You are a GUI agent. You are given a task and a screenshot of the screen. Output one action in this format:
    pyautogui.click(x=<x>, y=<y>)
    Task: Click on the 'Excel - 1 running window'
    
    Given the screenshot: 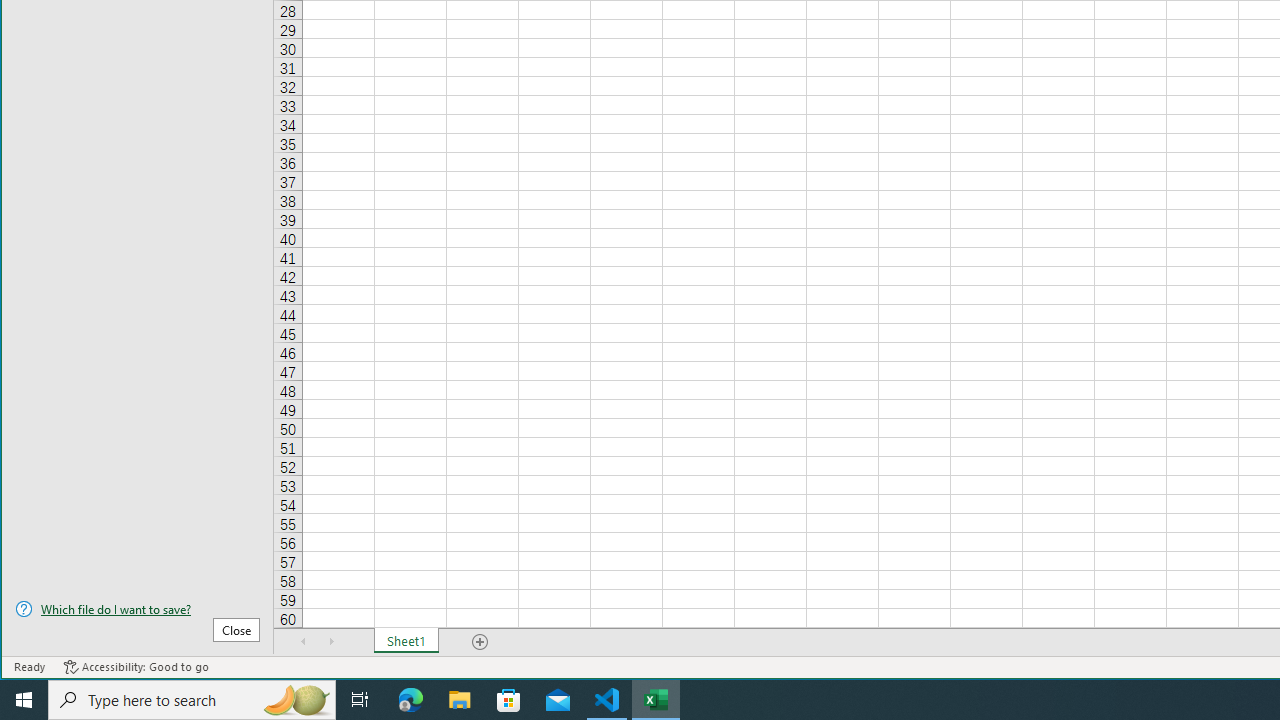 What is the action you would take?
    pyautogui.click(x=656, y=698)
    